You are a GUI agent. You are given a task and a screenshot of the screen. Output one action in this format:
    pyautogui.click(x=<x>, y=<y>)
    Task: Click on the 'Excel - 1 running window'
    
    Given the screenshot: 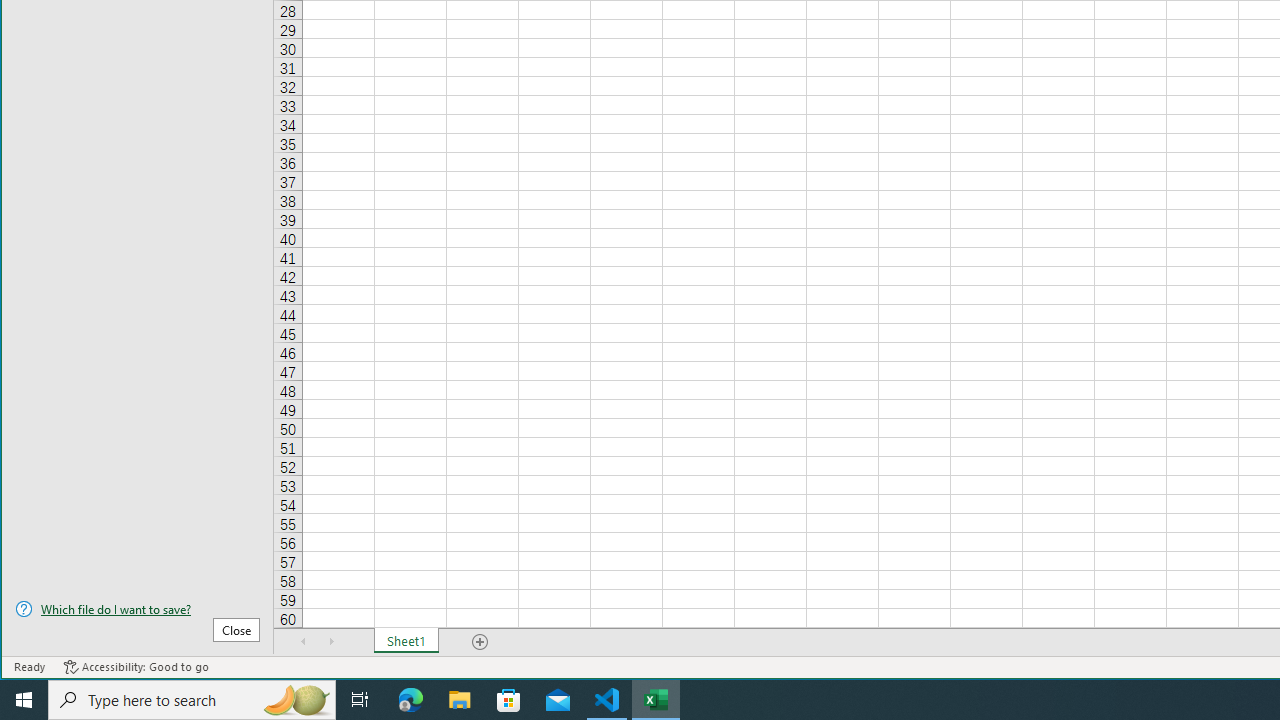 What is the action you would take?
    pyautogui.click(x=656, y=698)
    